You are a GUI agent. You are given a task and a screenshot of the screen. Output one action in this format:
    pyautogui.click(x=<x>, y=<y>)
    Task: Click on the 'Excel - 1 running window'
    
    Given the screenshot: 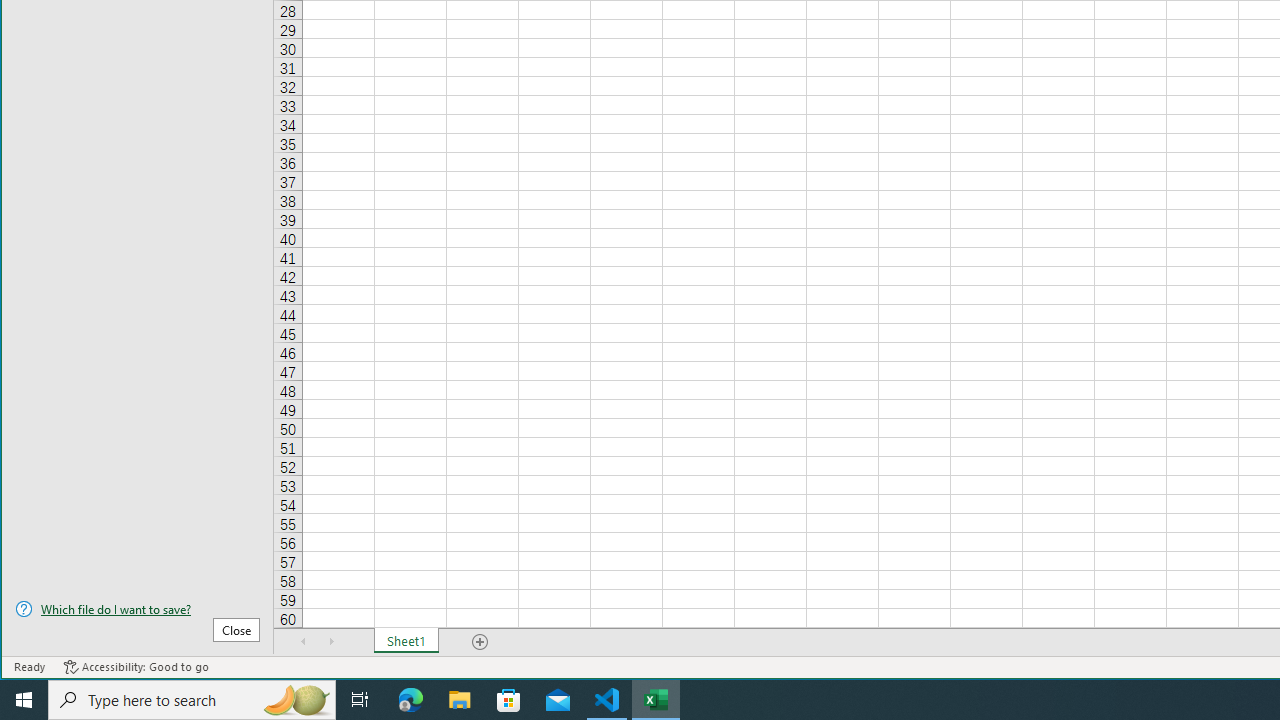 What is the action you would take?
    pyautogui.click(x=656, y=698)
    